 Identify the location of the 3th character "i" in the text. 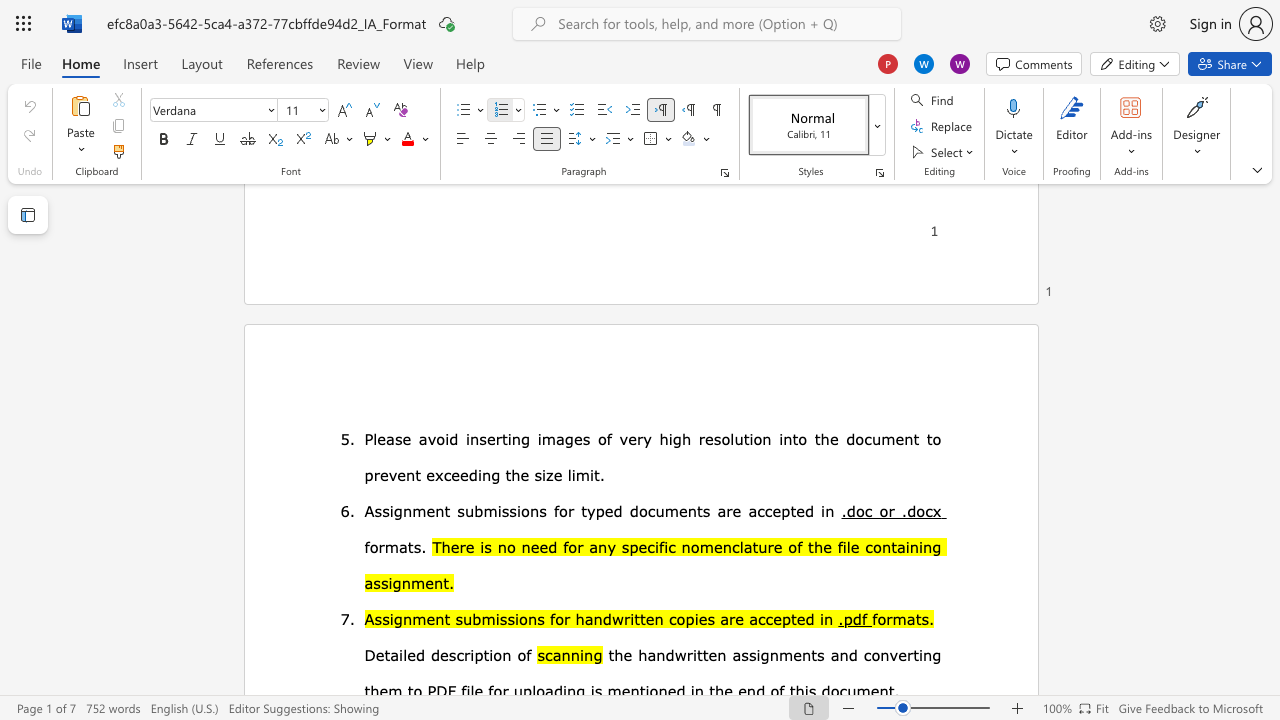
(591, 474).